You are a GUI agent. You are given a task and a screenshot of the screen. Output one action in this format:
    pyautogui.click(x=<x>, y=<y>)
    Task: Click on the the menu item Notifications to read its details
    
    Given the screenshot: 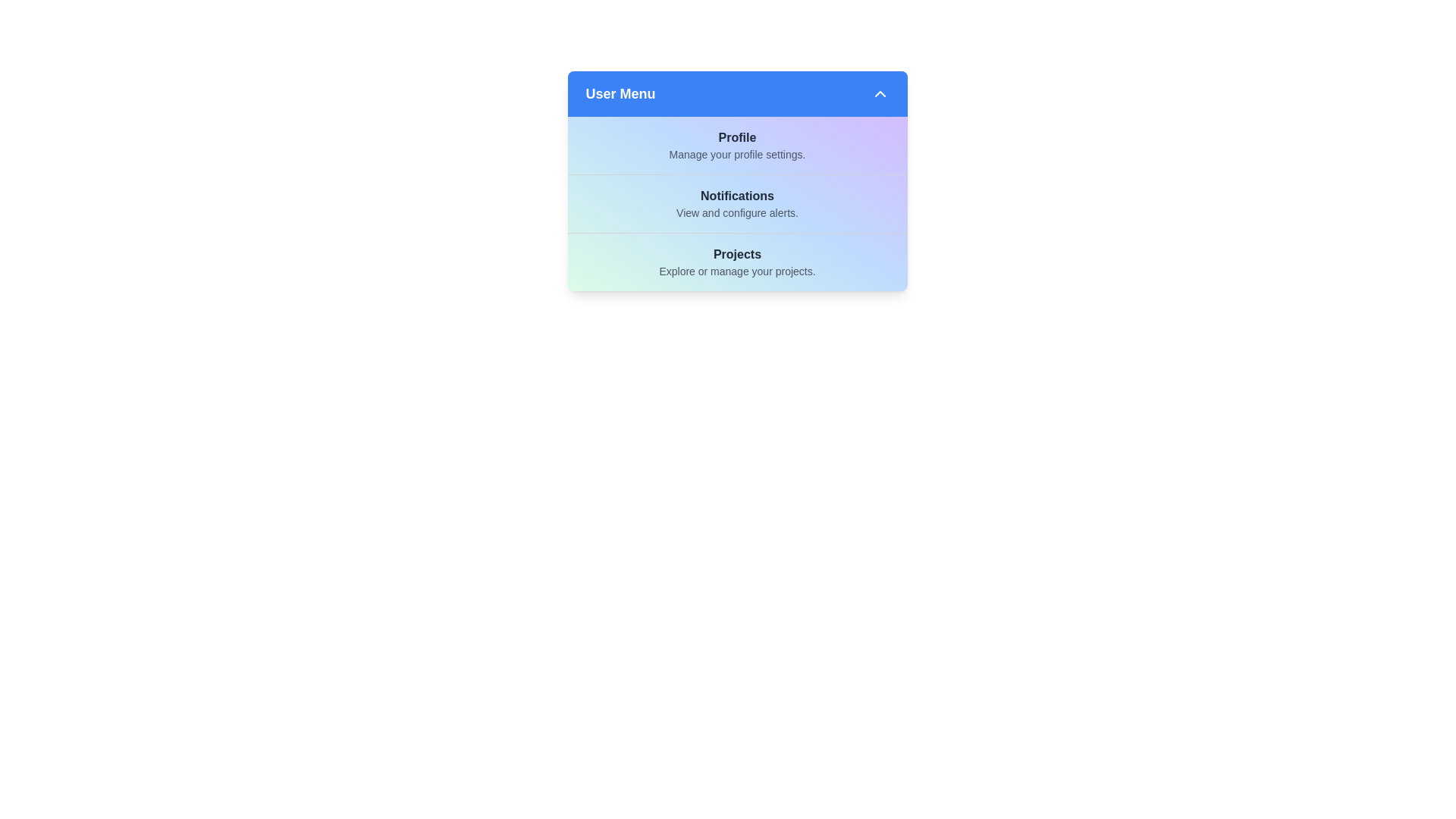 What is the action you would take?
    pyautogui.click(x=737, y=202)
    